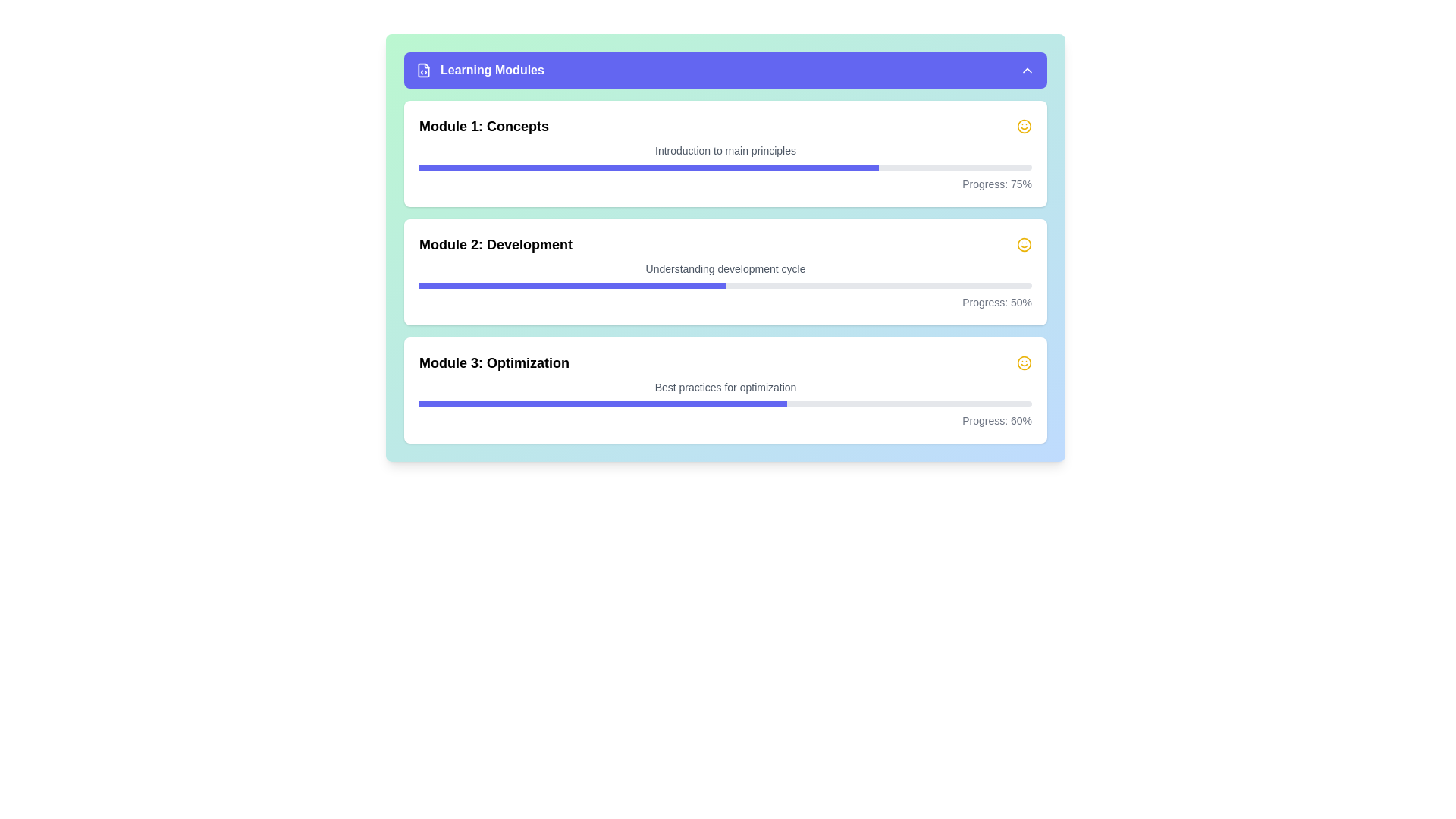 The height and width of the screenshot is (819, 1456). What do you see at coordinates (724, 271) in the screenshot?
I see `progress information from the learning module cards located in the 'Learning Modules' section, which contains a vertically stacked collection of cards with titles, descriptions, progress bars, and percentages` at bounding box center [724, 271].